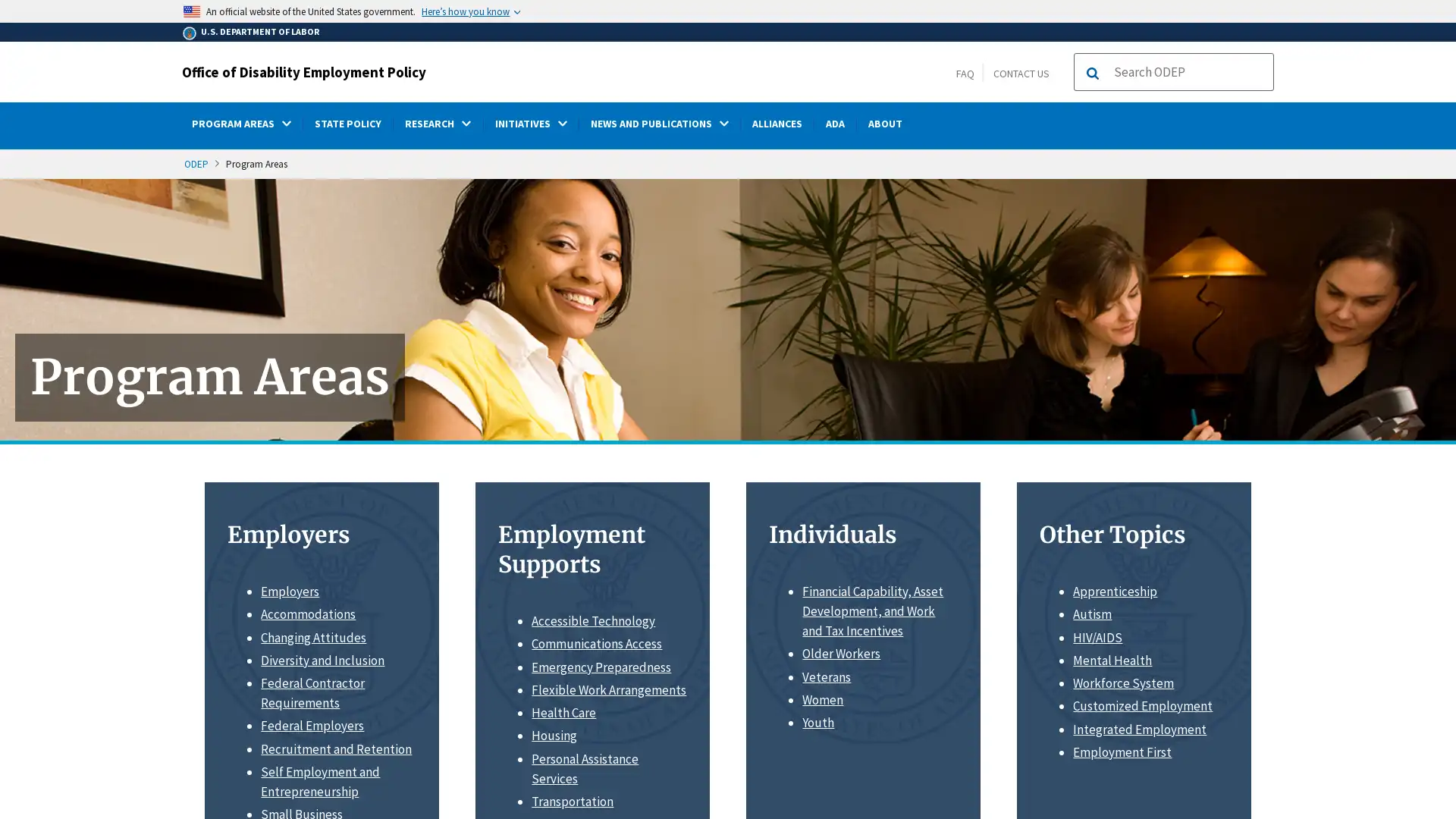  Describe the element at coordinates (1092, 73) in the screenshot. I see `Search` at that location.